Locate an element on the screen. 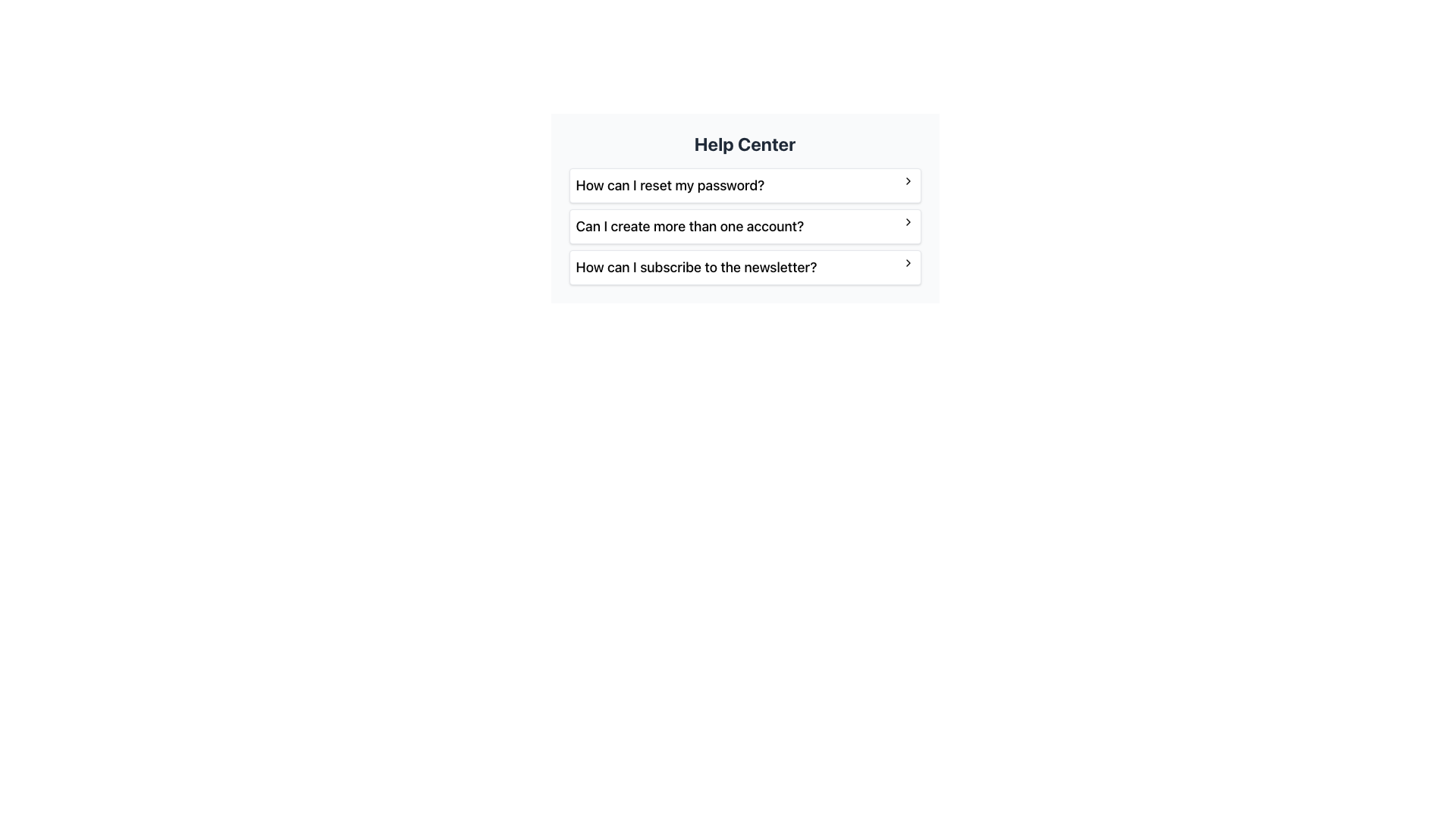 The image size is (1456, 819). the FAQ entry displaying the question 'How can I reset my password?' is located at coordinates (745, 185).